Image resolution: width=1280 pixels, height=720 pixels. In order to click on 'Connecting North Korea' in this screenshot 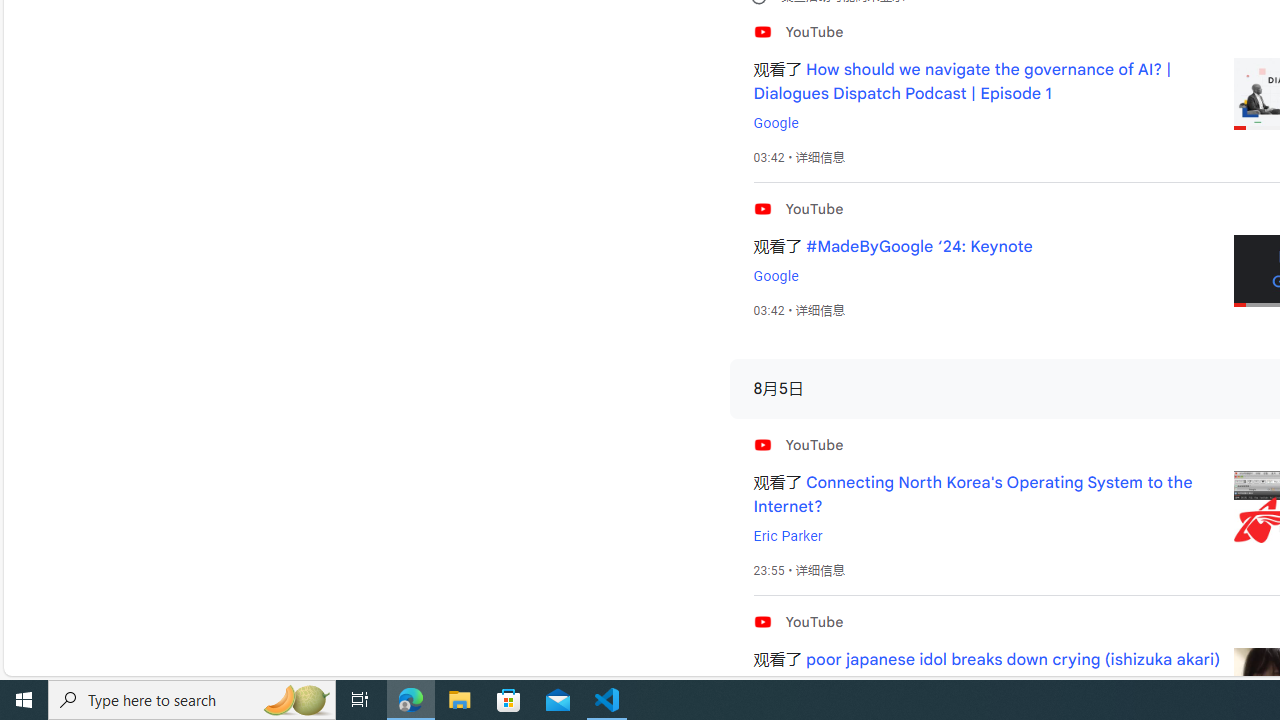, I will do `click(972, 495)`.